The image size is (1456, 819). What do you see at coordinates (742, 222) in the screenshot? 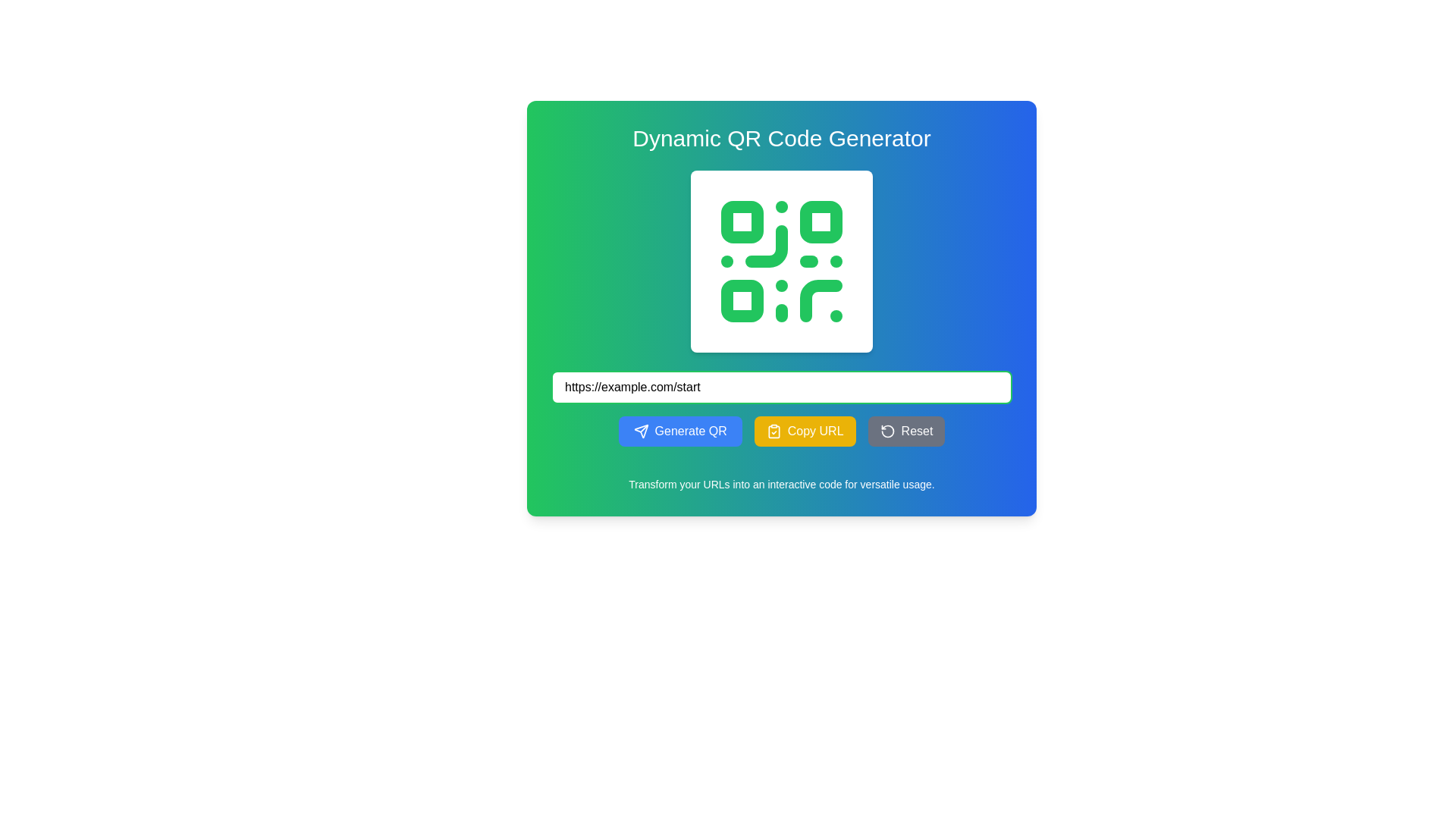
I see `the top-left corner QR Code alignment square, which is a small white square with rounded corners within a green square in the QR code generator interface` at bounding box center [742, 222].